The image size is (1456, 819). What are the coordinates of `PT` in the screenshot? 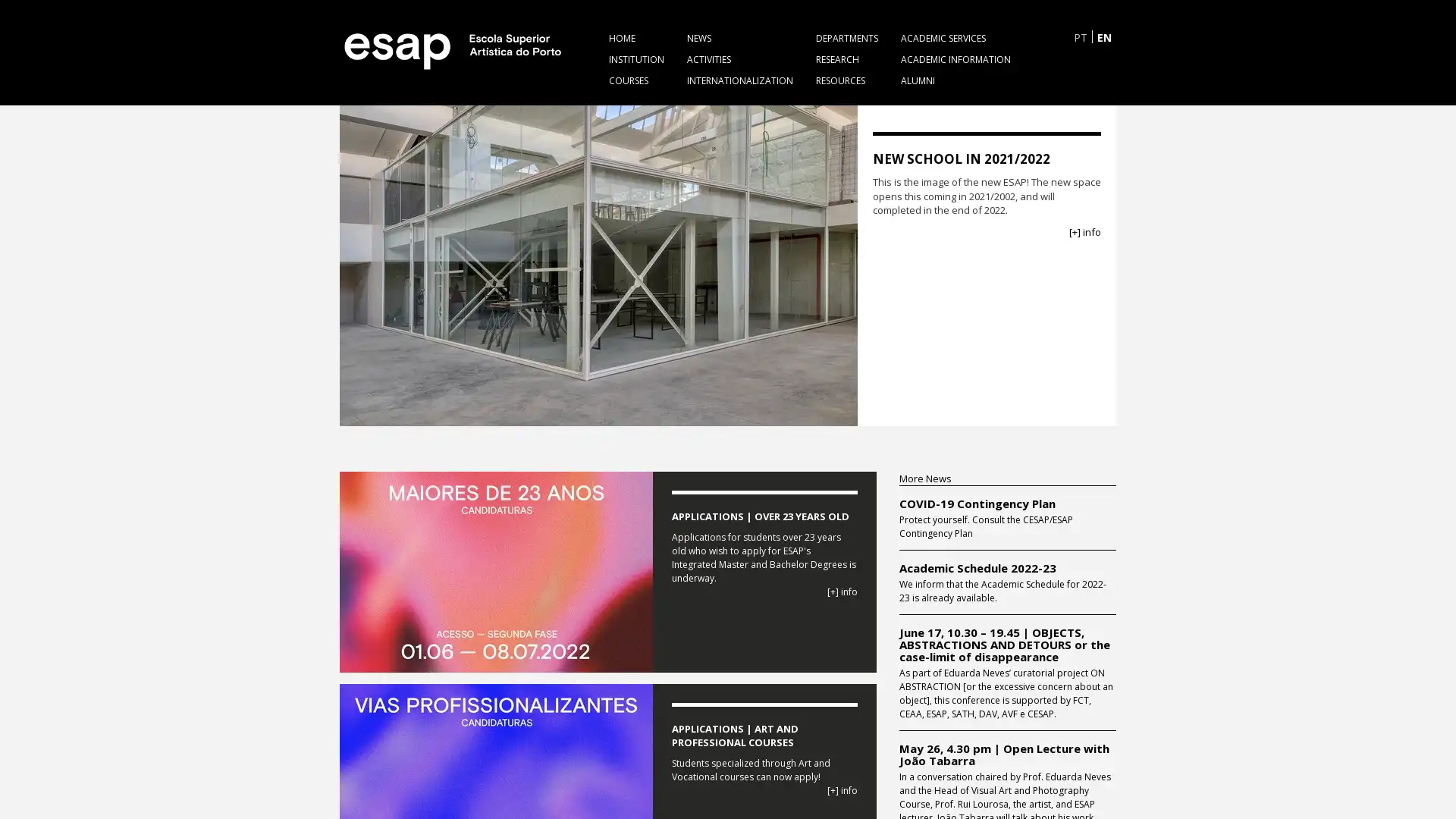 It's located at (1080, 36).